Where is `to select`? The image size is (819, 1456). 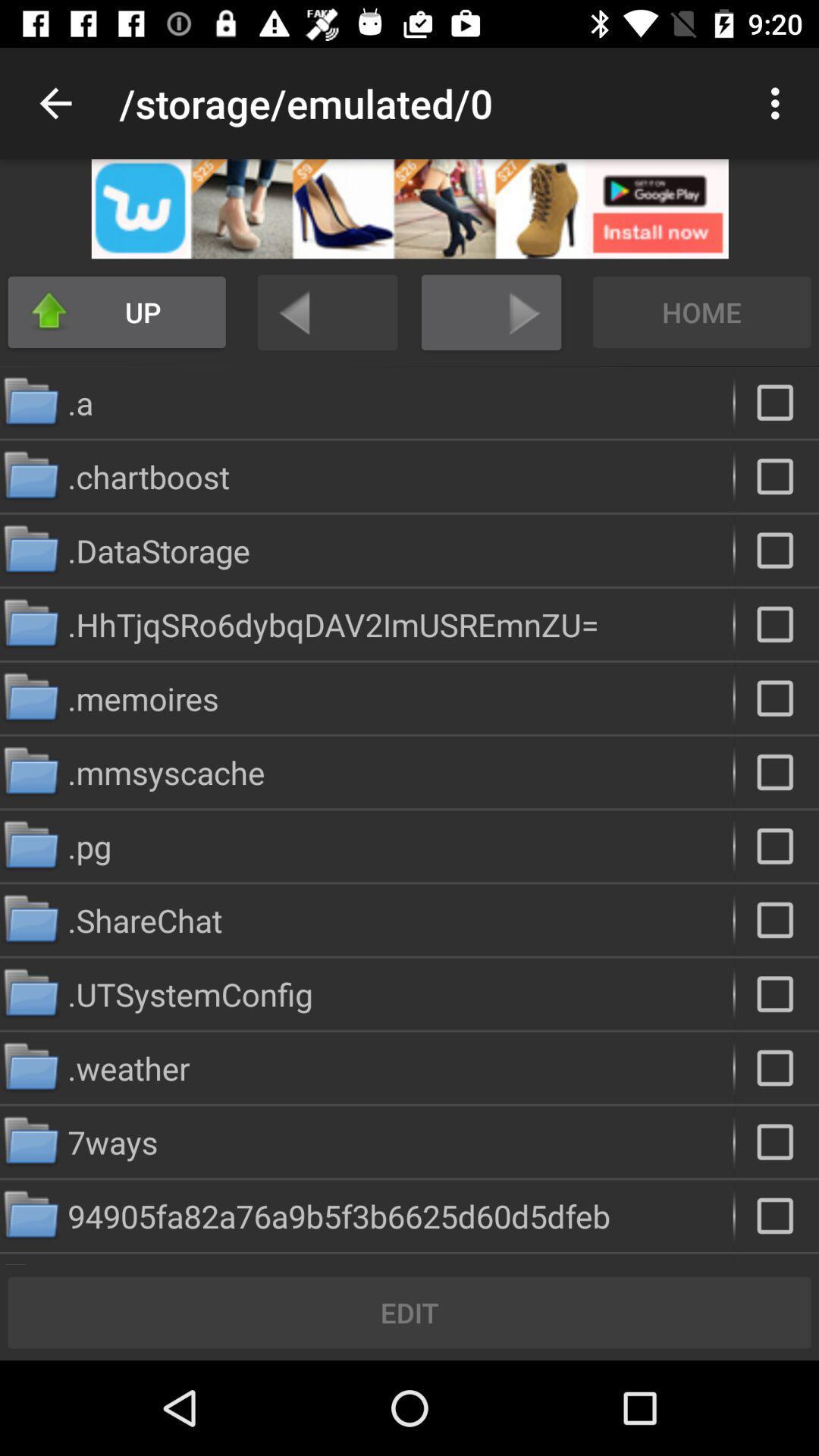 to select is located at coordinates (777, 1067).